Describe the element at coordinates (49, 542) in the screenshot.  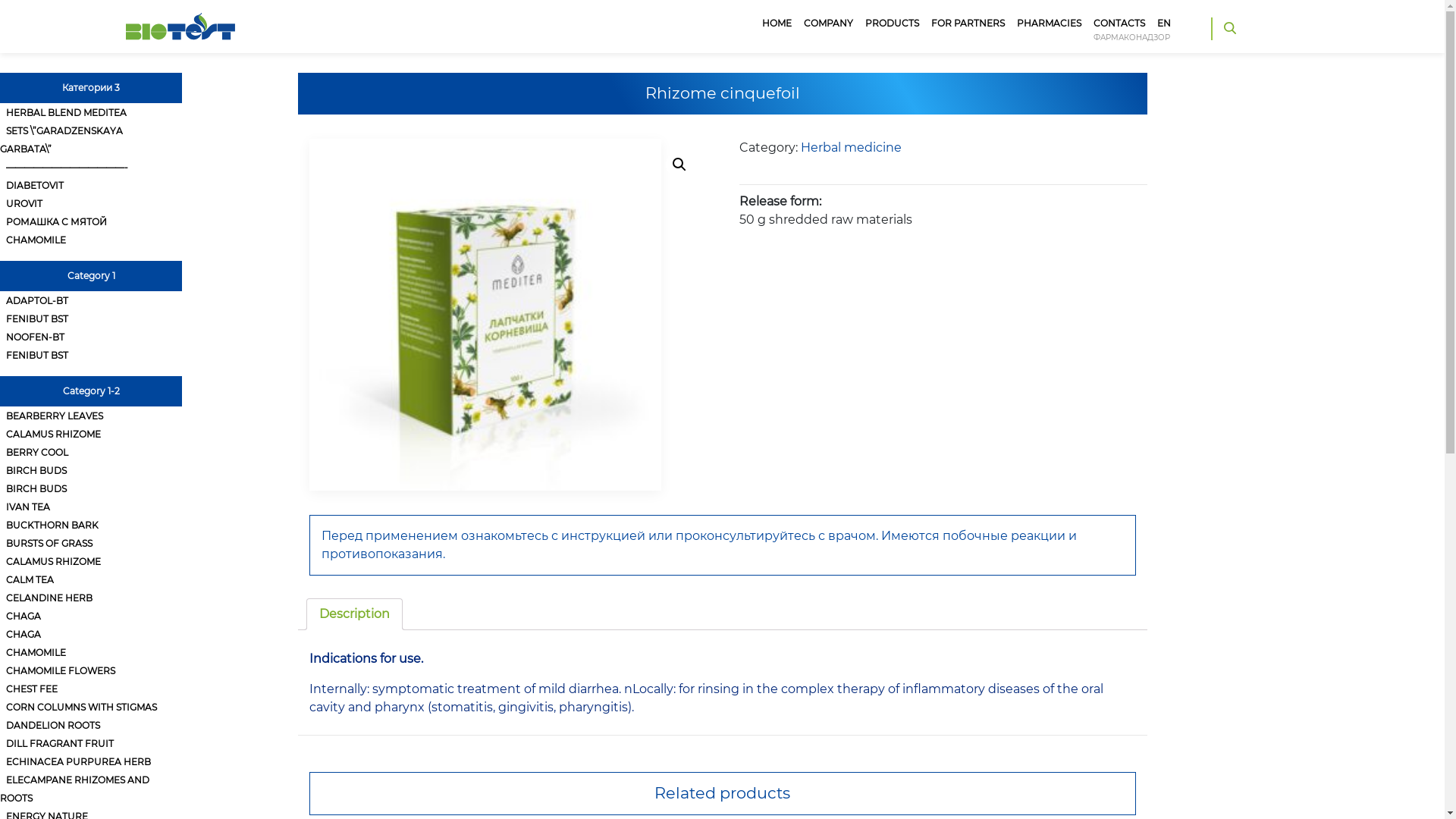
I see `'BURSTS OF GRASS'` at that location.